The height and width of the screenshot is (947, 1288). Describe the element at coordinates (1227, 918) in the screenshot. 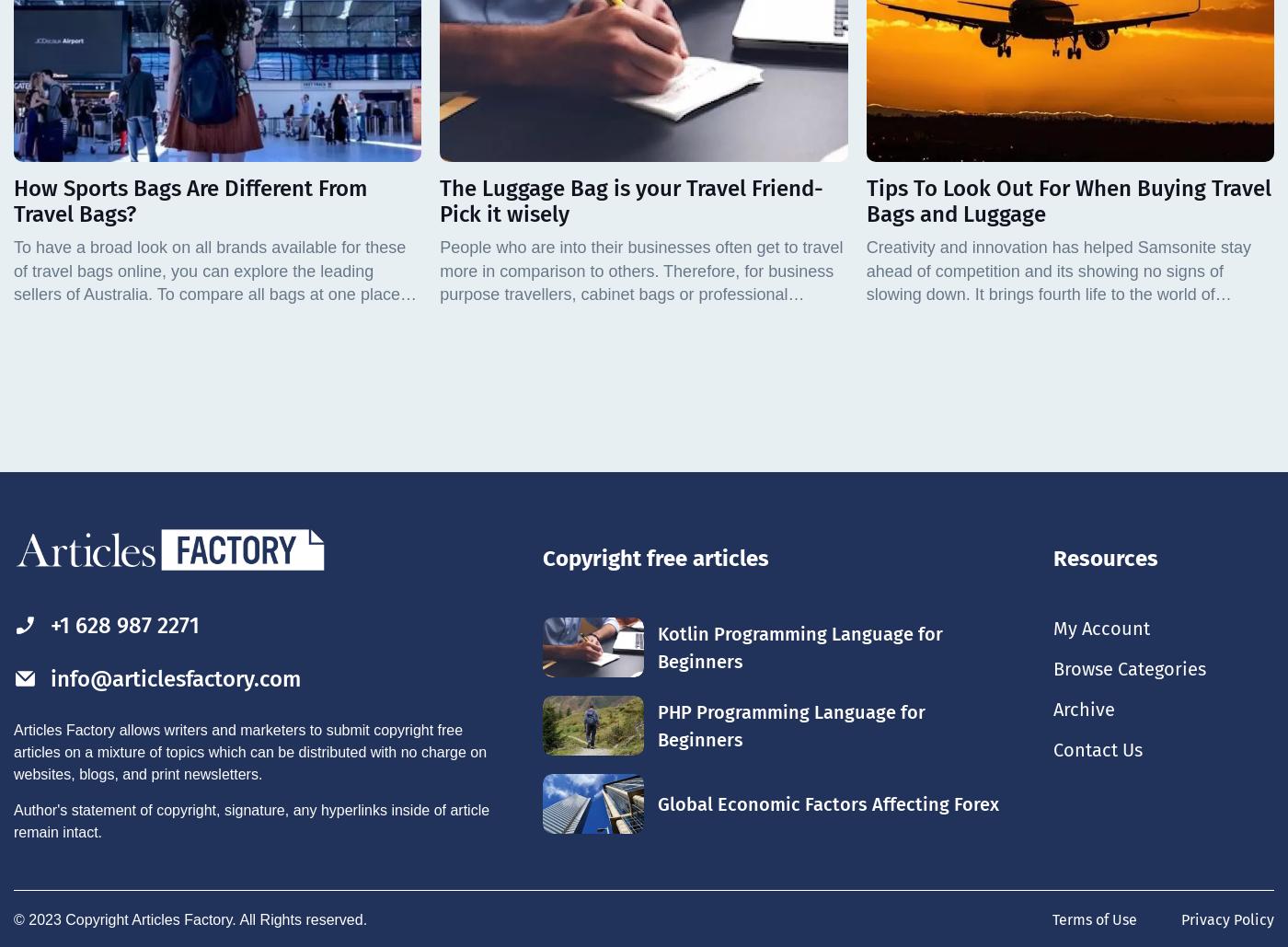

I see `'Privacy Policy'` at that location.